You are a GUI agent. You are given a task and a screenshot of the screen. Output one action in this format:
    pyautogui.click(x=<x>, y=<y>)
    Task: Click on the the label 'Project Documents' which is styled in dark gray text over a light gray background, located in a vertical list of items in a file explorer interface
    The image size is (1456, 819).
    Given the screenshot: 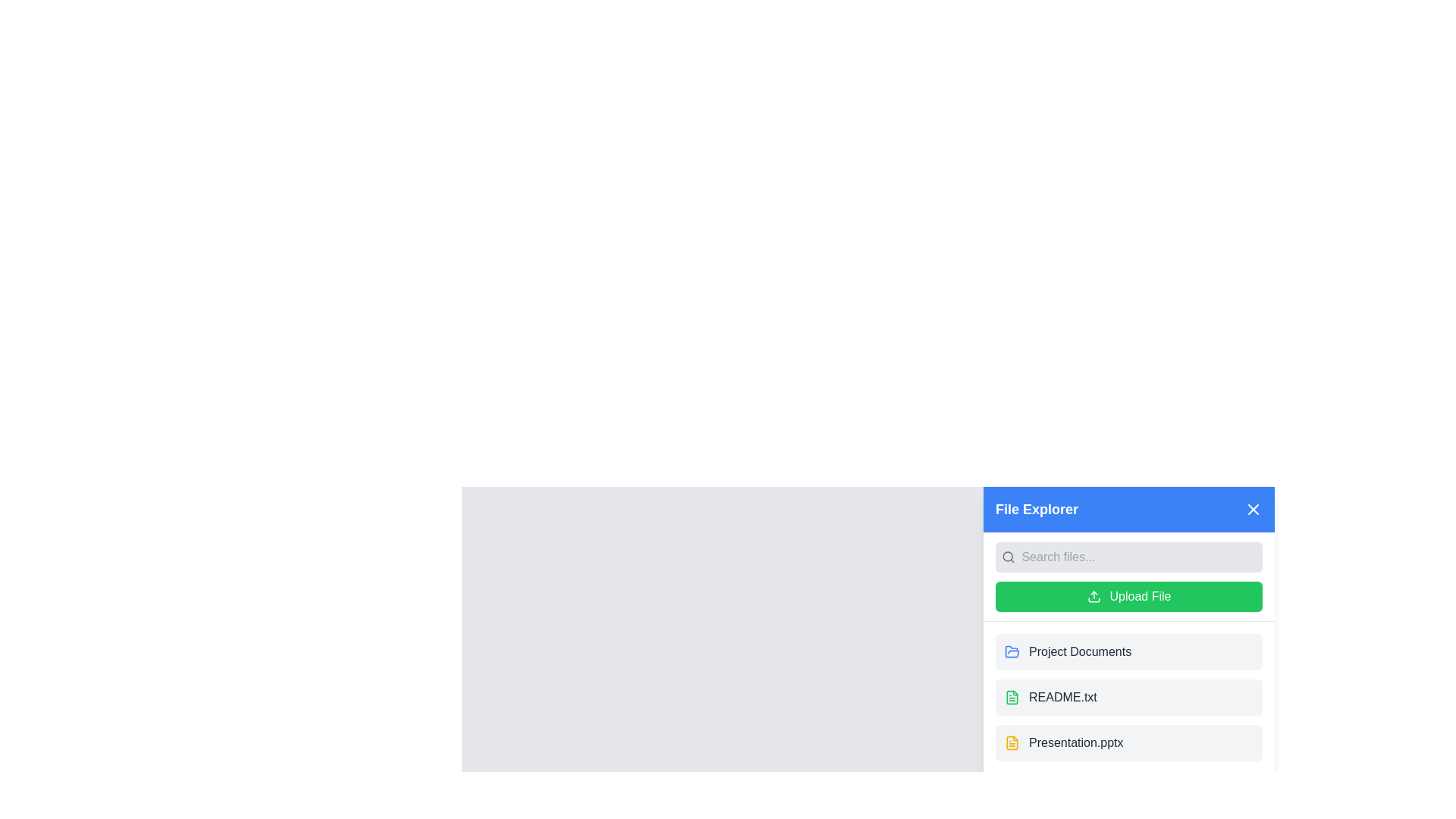 What is the action you would take?
    pyautogui.click(x=1079, y=651)
    